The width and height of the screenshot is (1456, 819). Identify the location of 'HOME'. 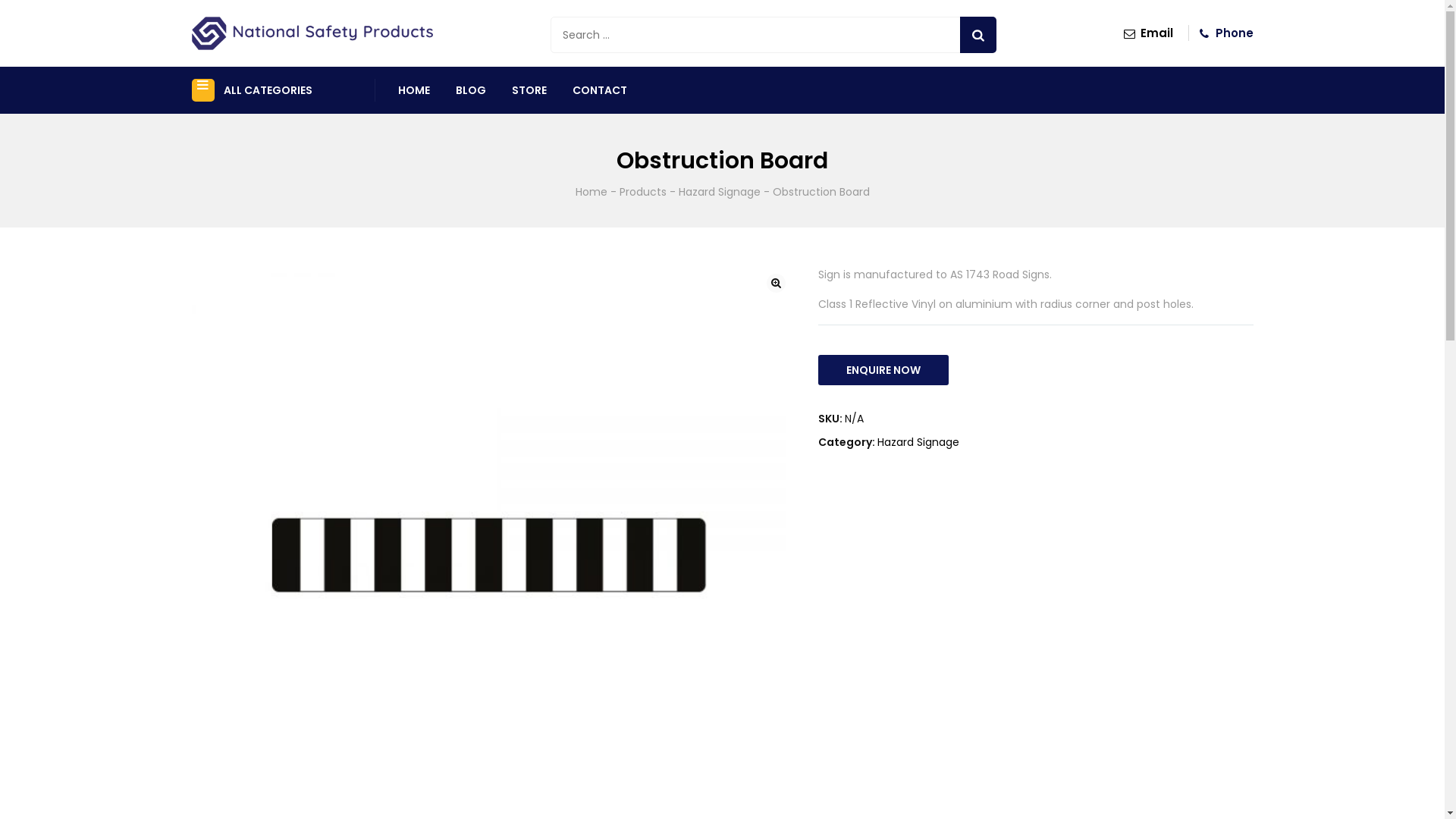
(414, 90).